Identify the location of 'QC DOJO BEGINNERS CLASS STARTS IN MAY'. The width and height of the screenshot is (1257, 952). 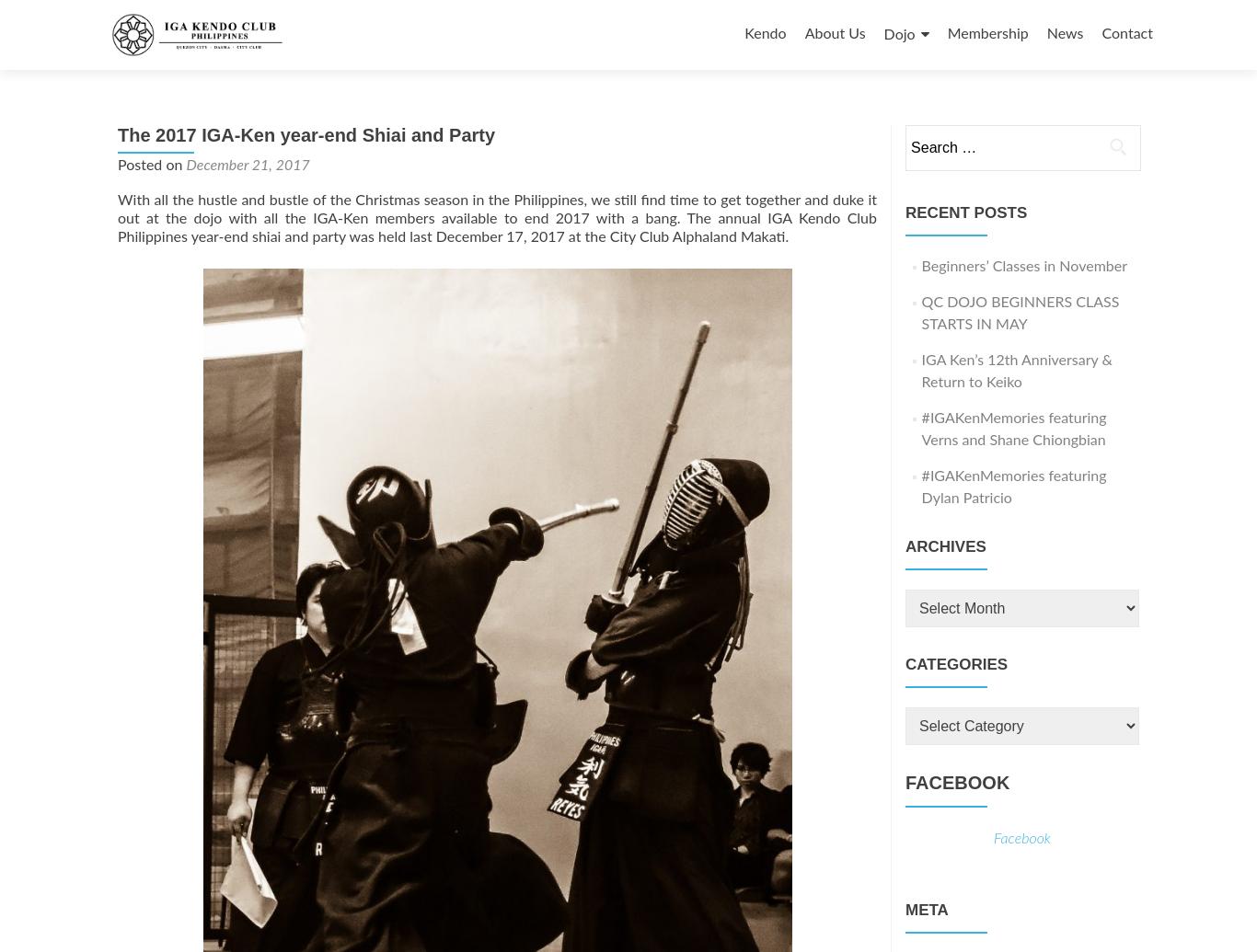
(921, 314).